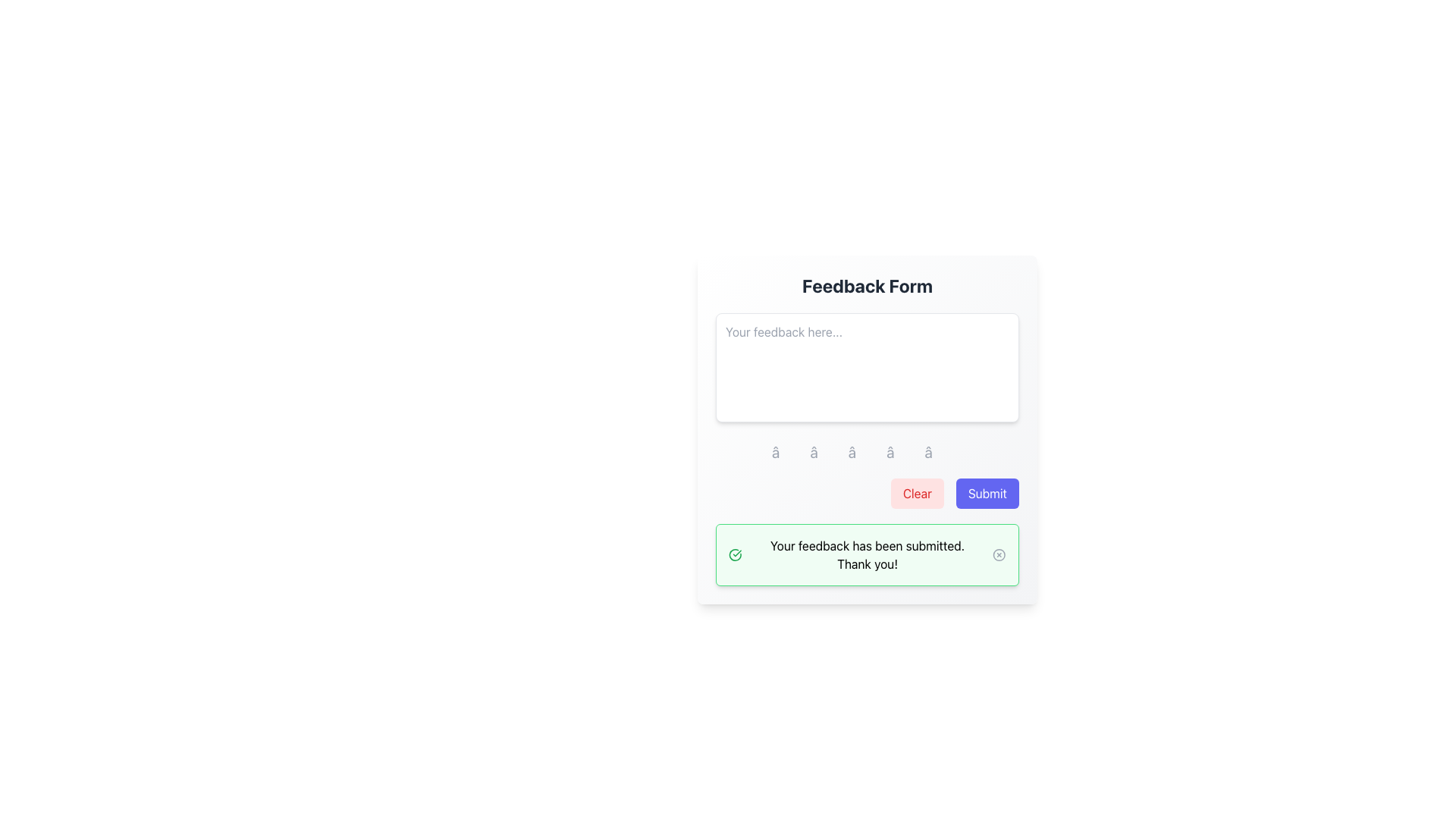 The image size is (1456, 819). Describe the element at coordinates (943, 452) in the screenshot. I see `the fifth star in the rating system to give a rating` at that location.